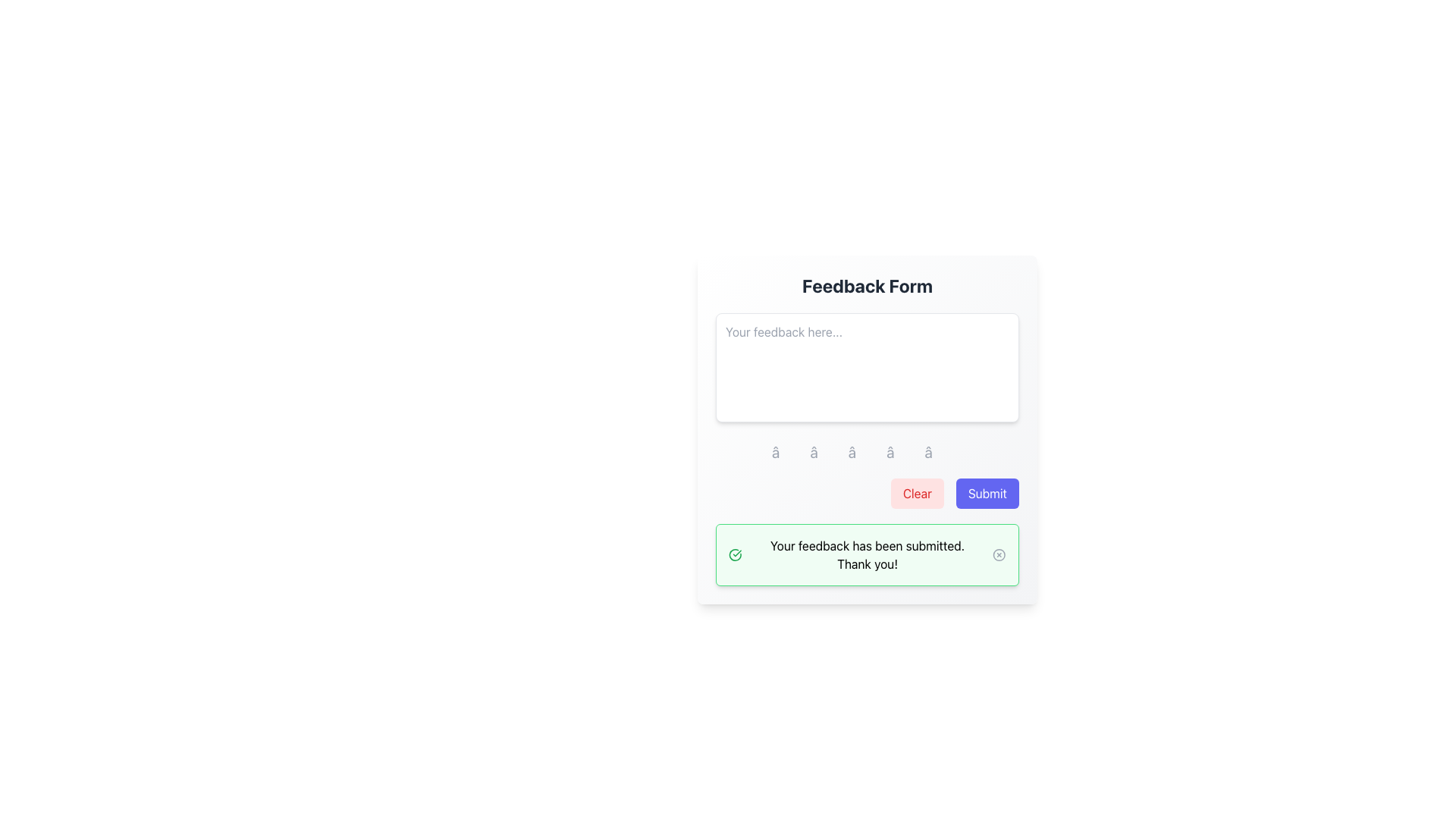 The image size is (1456, 819). Describe the element at coordinates (943, 452) in the screenshot. I see `the fifth star in the rating system to give a rating` at that location.